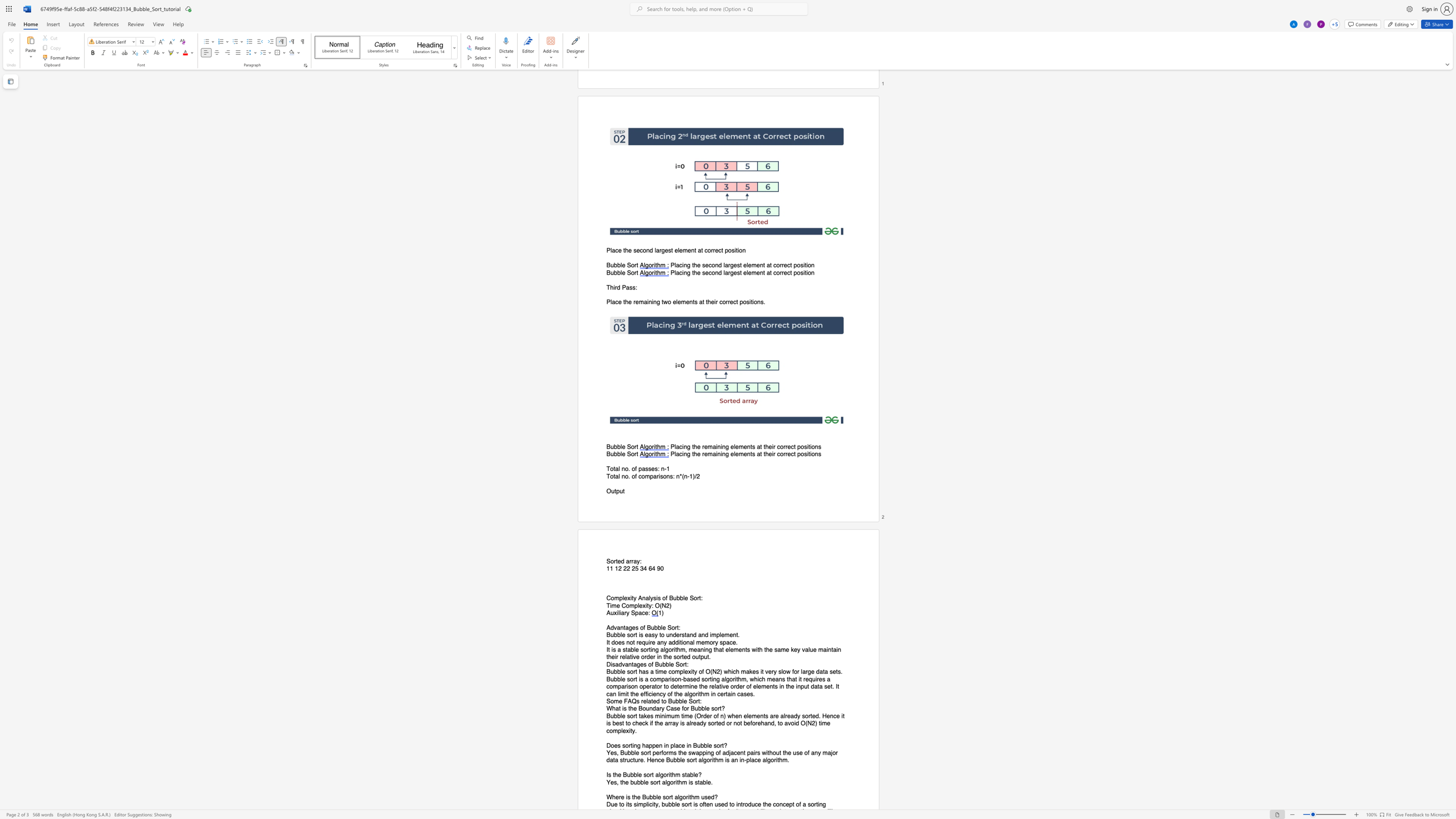 The image size is (1456, 819). Describe the element at coordinates (633, 627) in the screenshot. I see `the 1th character "e" in the text` at that location.